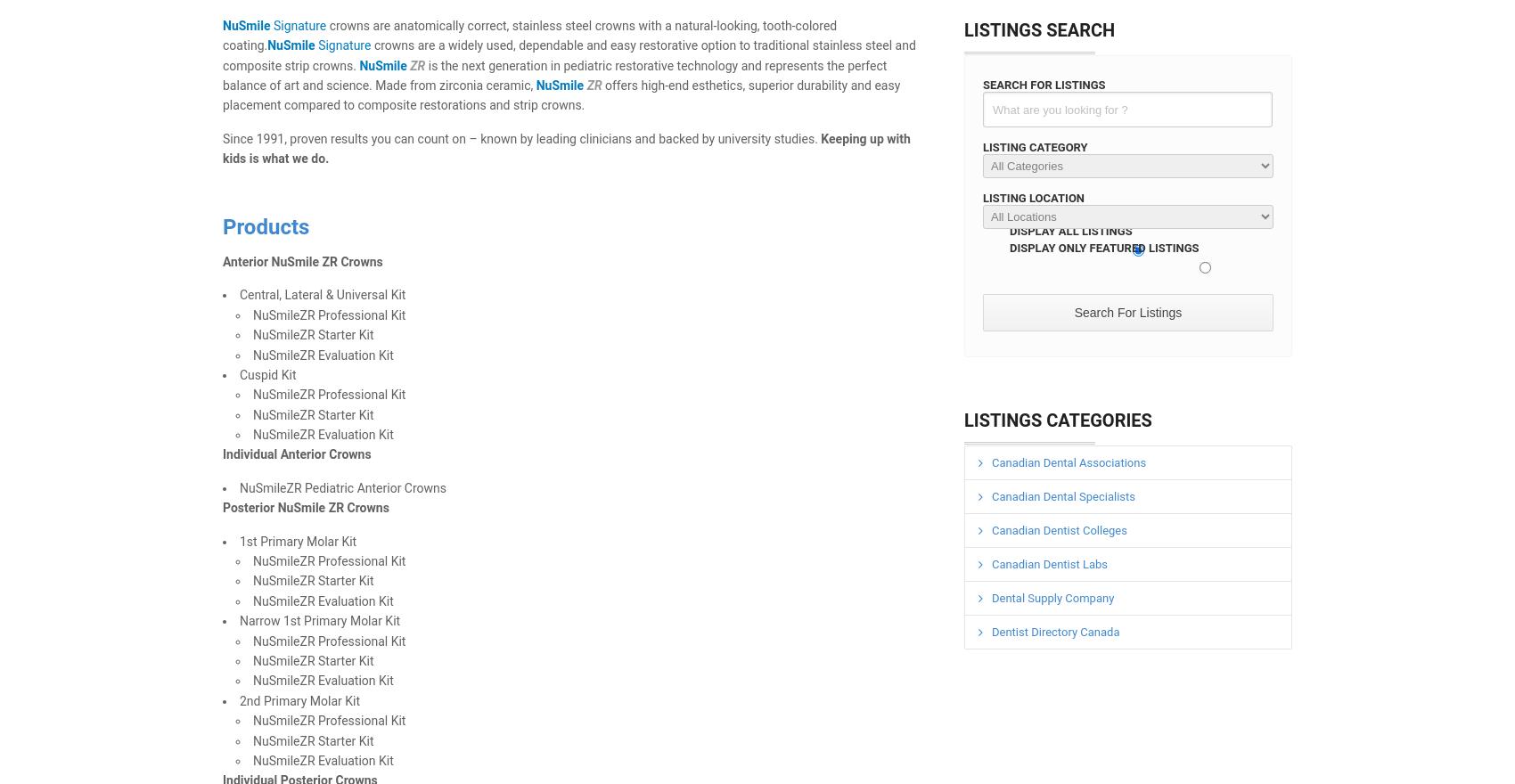  What do you see at coordinates (561, 94) in the screenshot?
I see `'offers high-end esthetics, superior durability and easy placement compared to composite restorations and strip crowns.'` at bounding box center [561, 94].